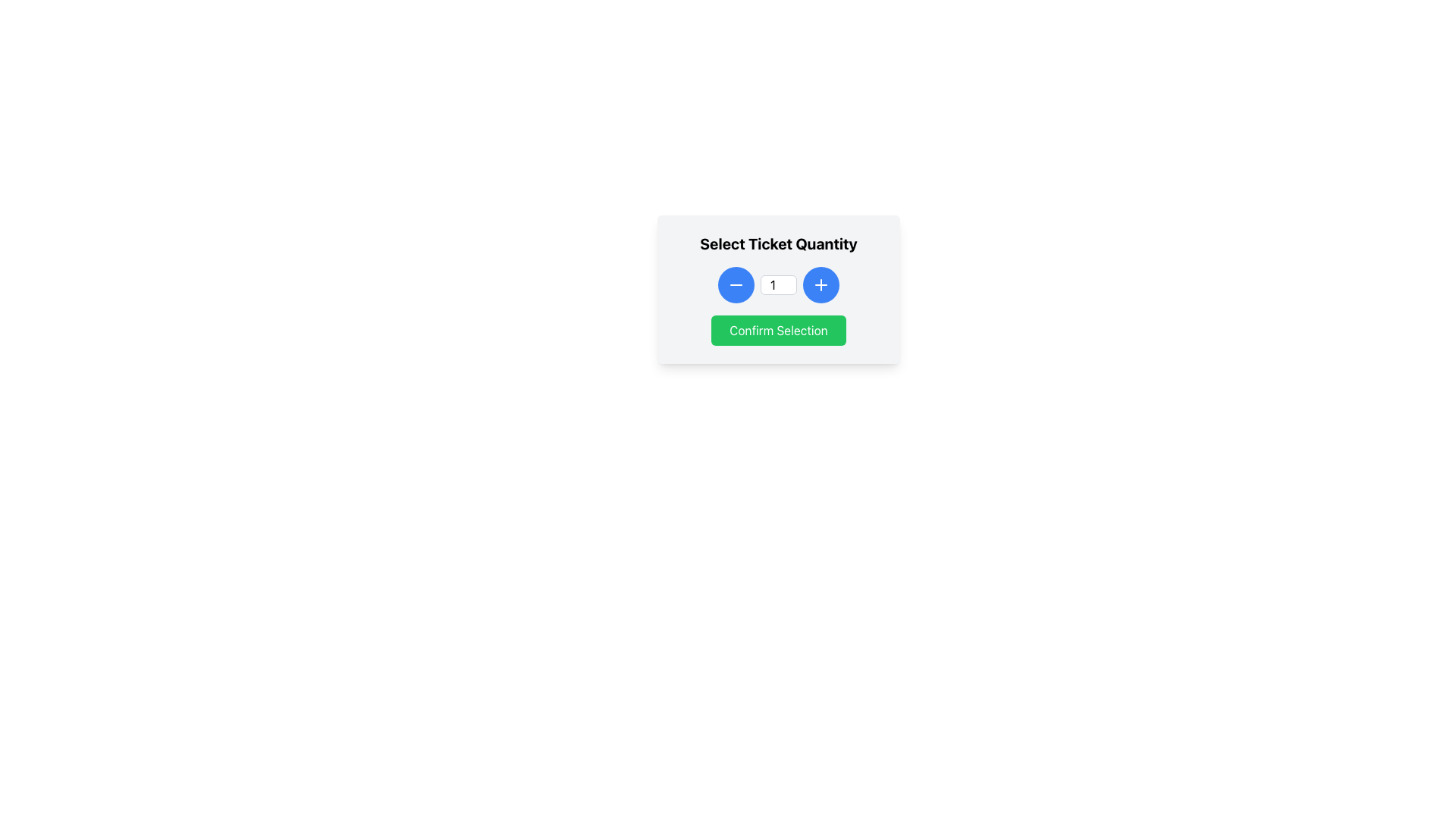 The width and height of the screenshot is (1456, 819). Describe the element at coordinates (736, 284) in the screenshot. I see `the button that decreases the ticket quantity by one, located to the left of the number input field` at that location.